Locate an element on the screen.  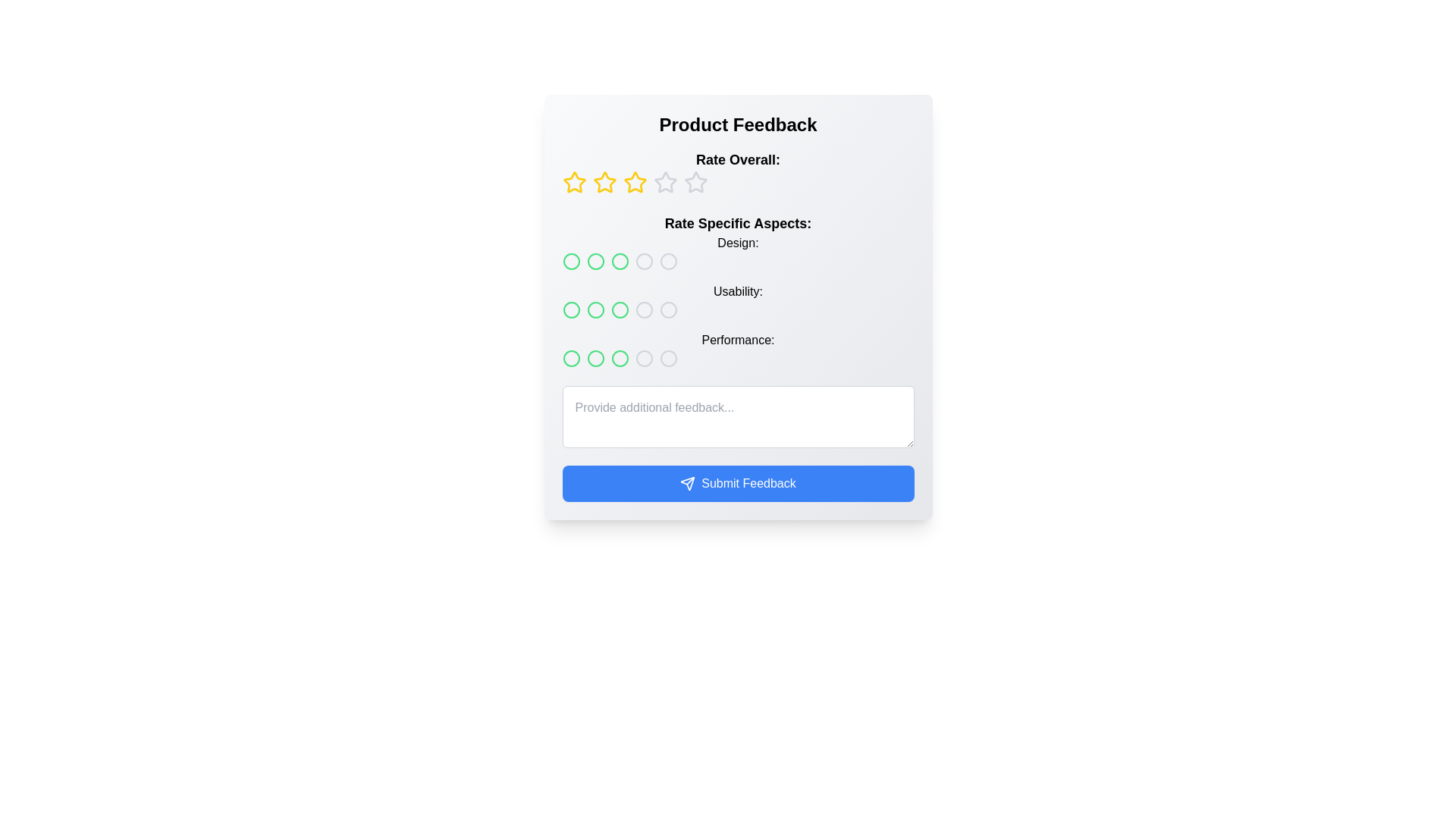
the leftmost circular button styled as a rating indicator in the 'Performance' category is located at coordinates (570, 359).